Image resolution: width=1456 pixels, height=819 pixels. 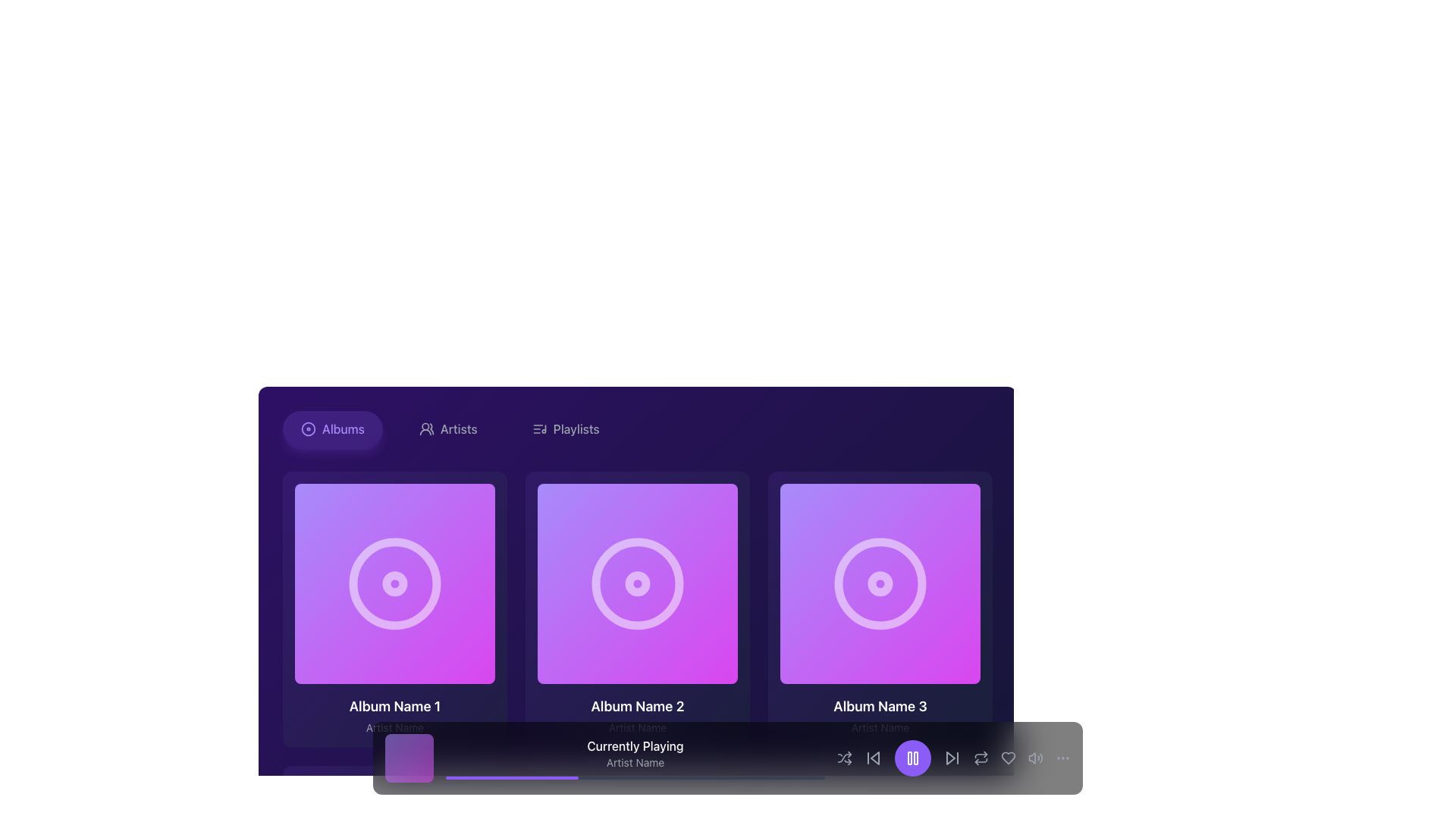 I want to click on the slider, so click(x=585, y=778).